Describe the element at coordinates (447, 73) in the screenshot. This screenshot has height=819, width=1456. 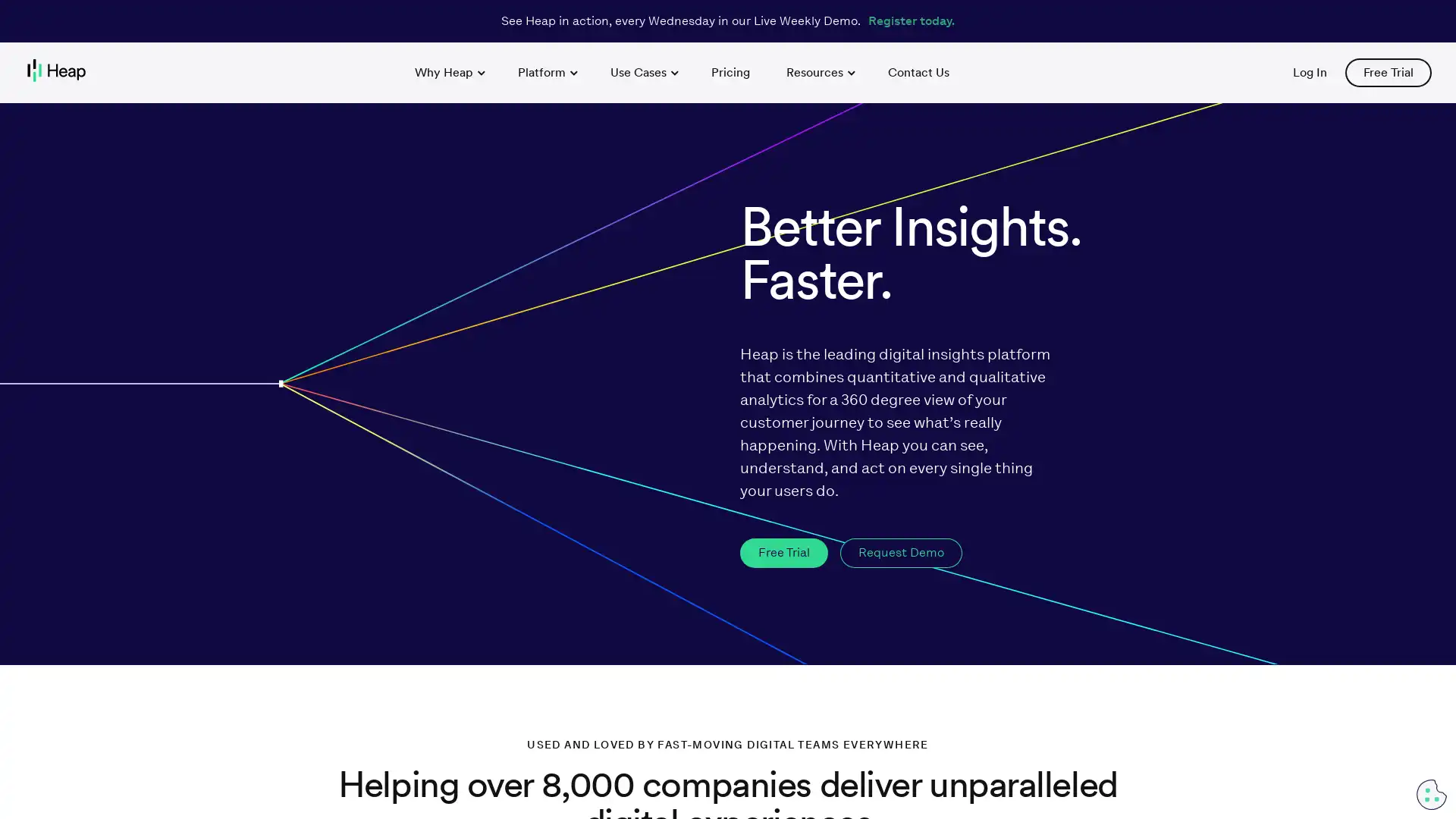
I see `Why Heap` at that location.